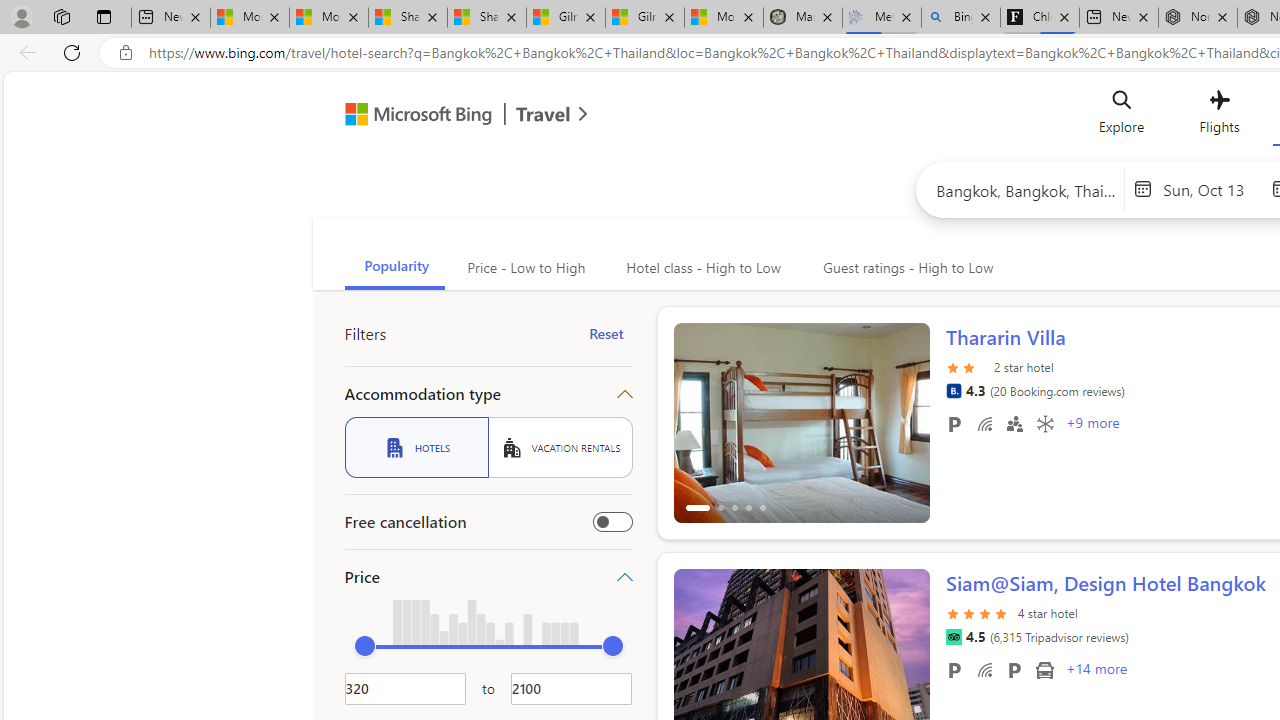 The image size is (1280, 720). I want to click on 'Booking.com', so click(952, 390).